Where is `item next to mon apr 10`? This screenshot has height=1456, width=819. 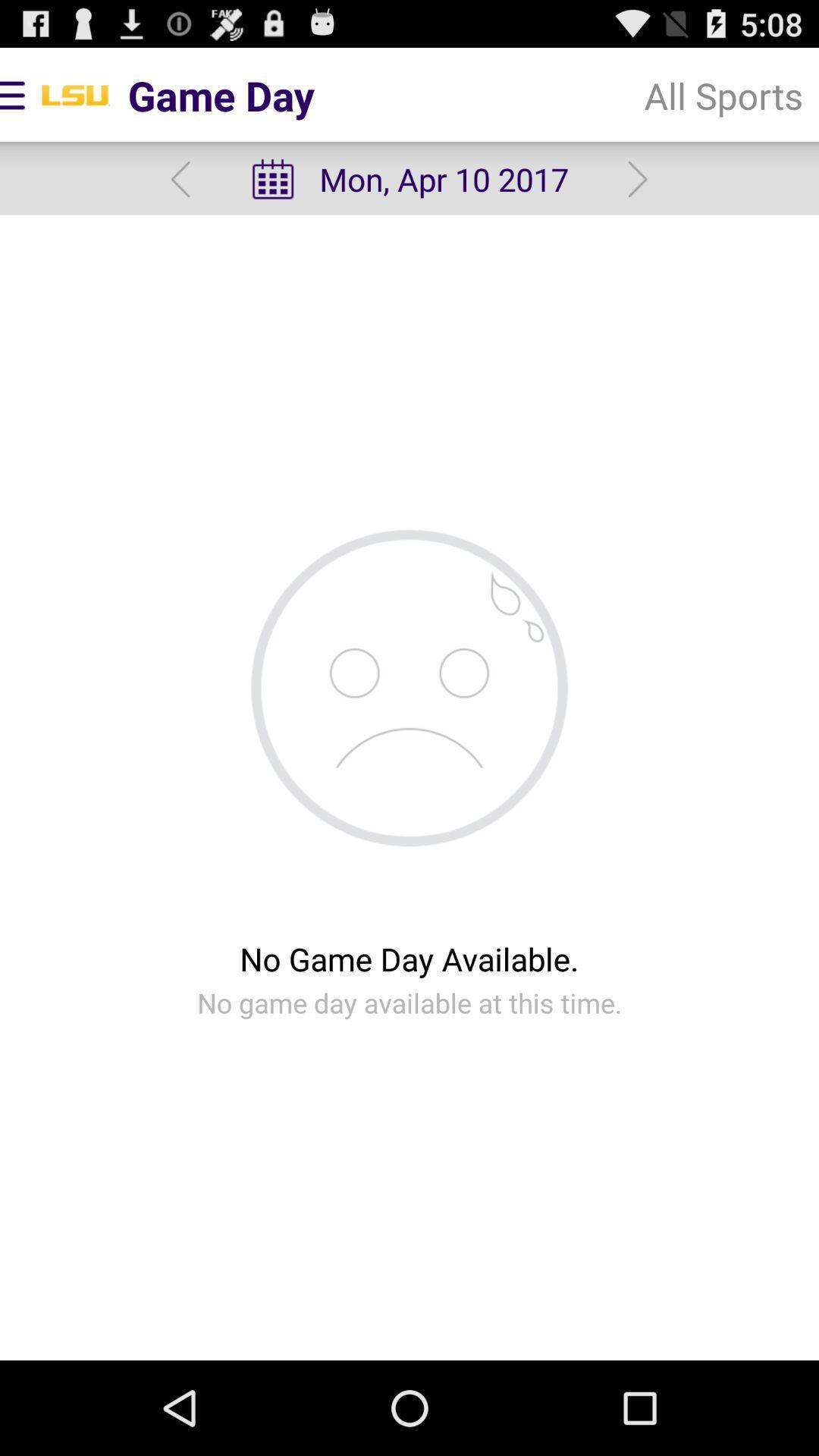
item next to mon apr 10 is located at coordinates (638, 179).